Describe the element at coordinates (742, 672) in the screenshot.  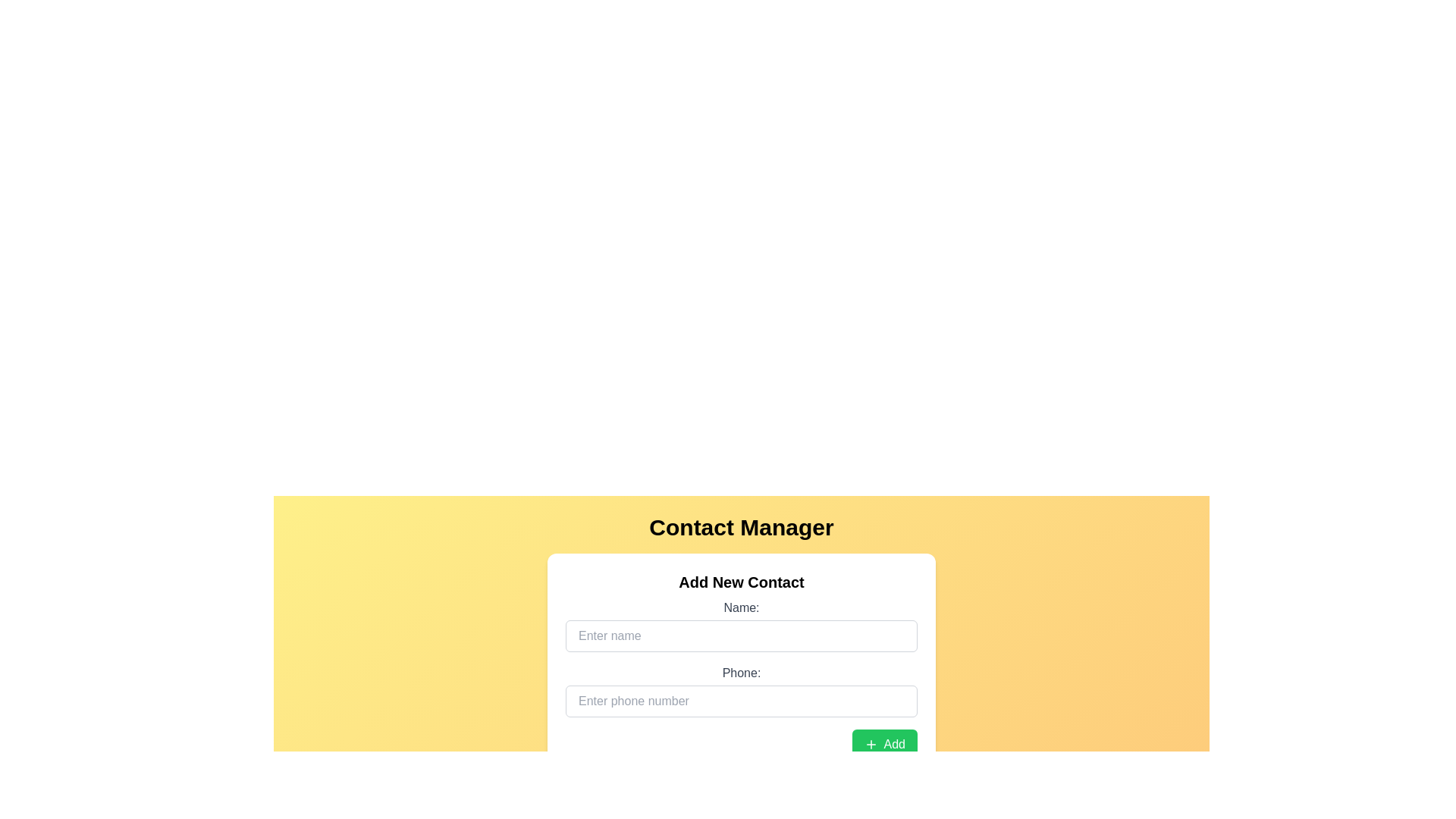
I see `the 'Phone:' text label, which is styled with grayish text color and positioned above the phone number input field in the 'Add New Contact' form` at that location.